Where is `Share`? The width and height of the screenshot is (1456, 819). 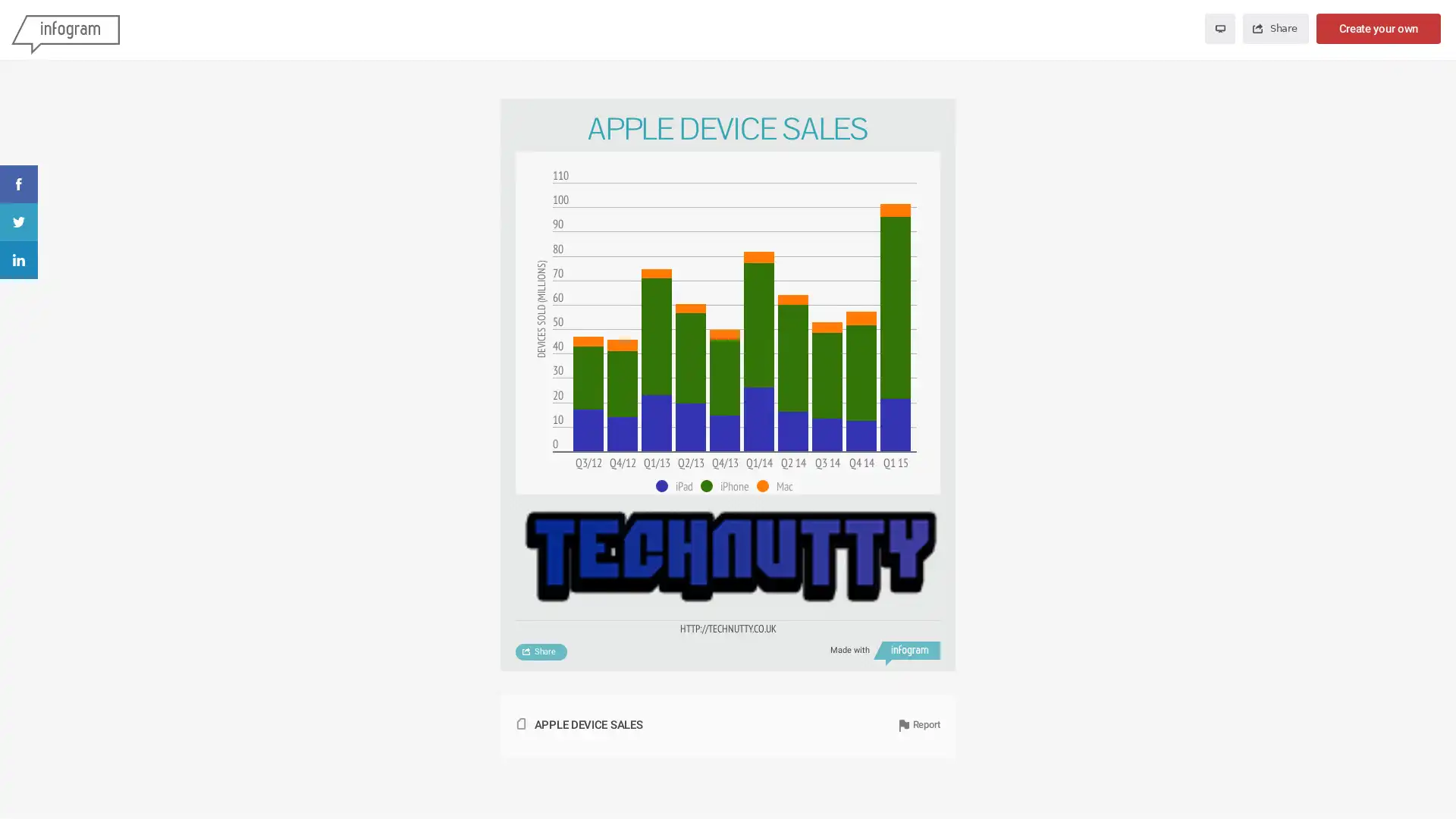
Share is located at coordinates (1274, 29).